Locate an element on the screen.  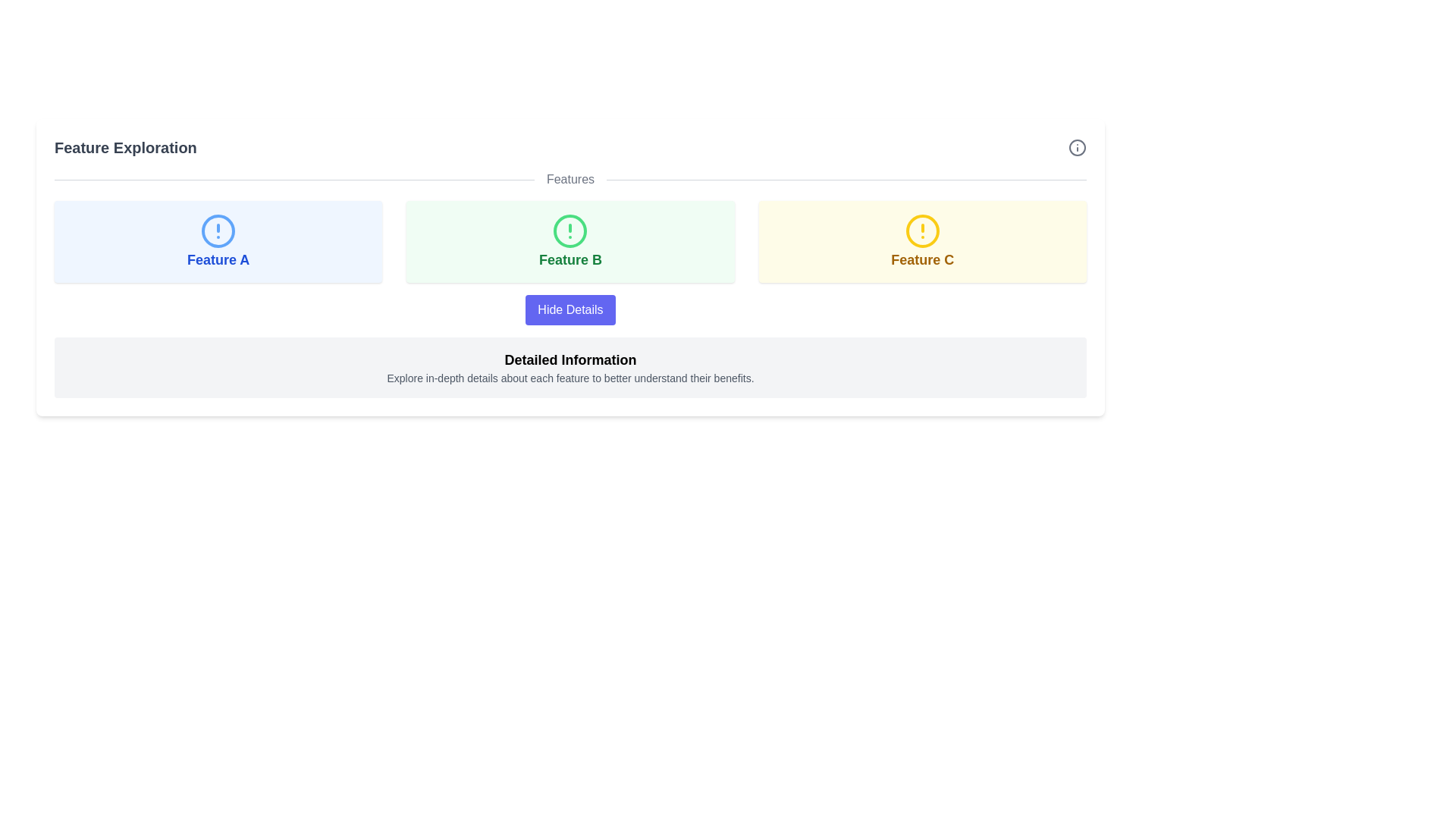
the 'Features' text label which is styled in gray and positioned between two horizontal divider lines is located at coordinates (570, 178).